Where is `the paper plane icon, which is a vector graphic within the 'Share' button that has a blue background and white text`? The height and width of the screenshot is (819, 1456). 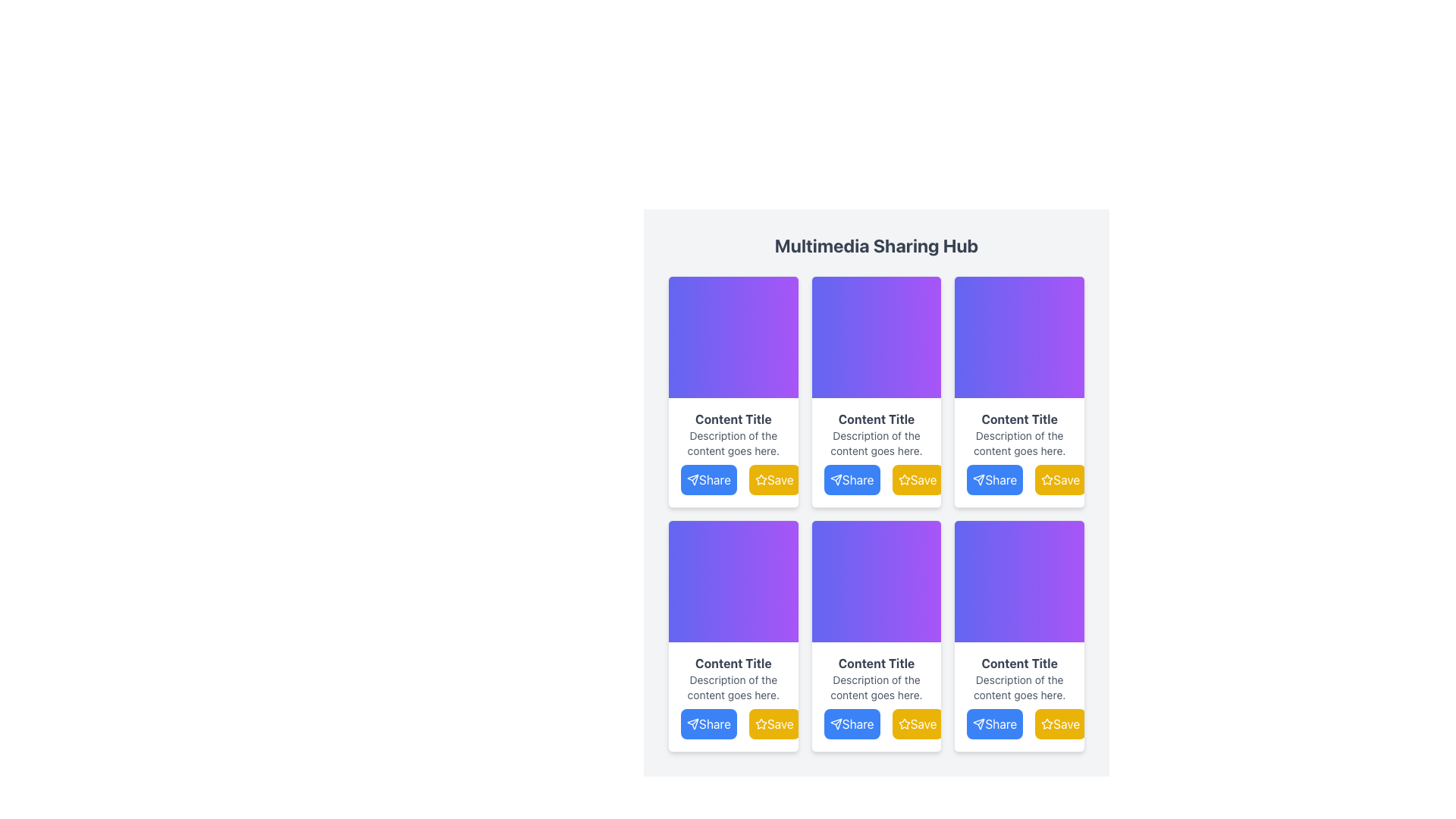
the paper plane icon, which is a vector graphic within the 'Share' button that has a blue background and white text is located at coordinates (835, 723).